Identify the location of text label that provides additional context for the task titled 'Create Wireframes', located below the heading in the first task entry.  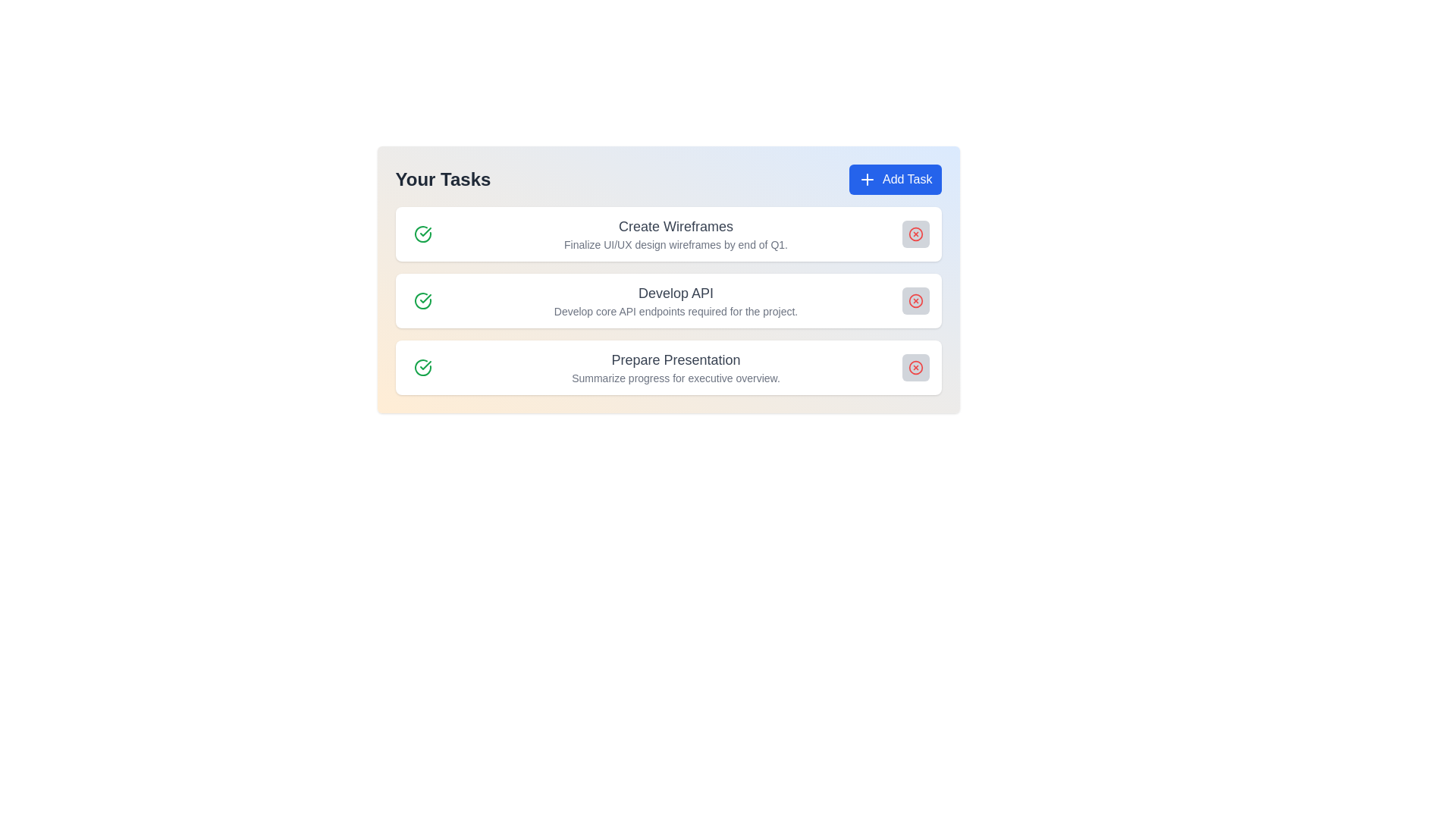
(675, 244).